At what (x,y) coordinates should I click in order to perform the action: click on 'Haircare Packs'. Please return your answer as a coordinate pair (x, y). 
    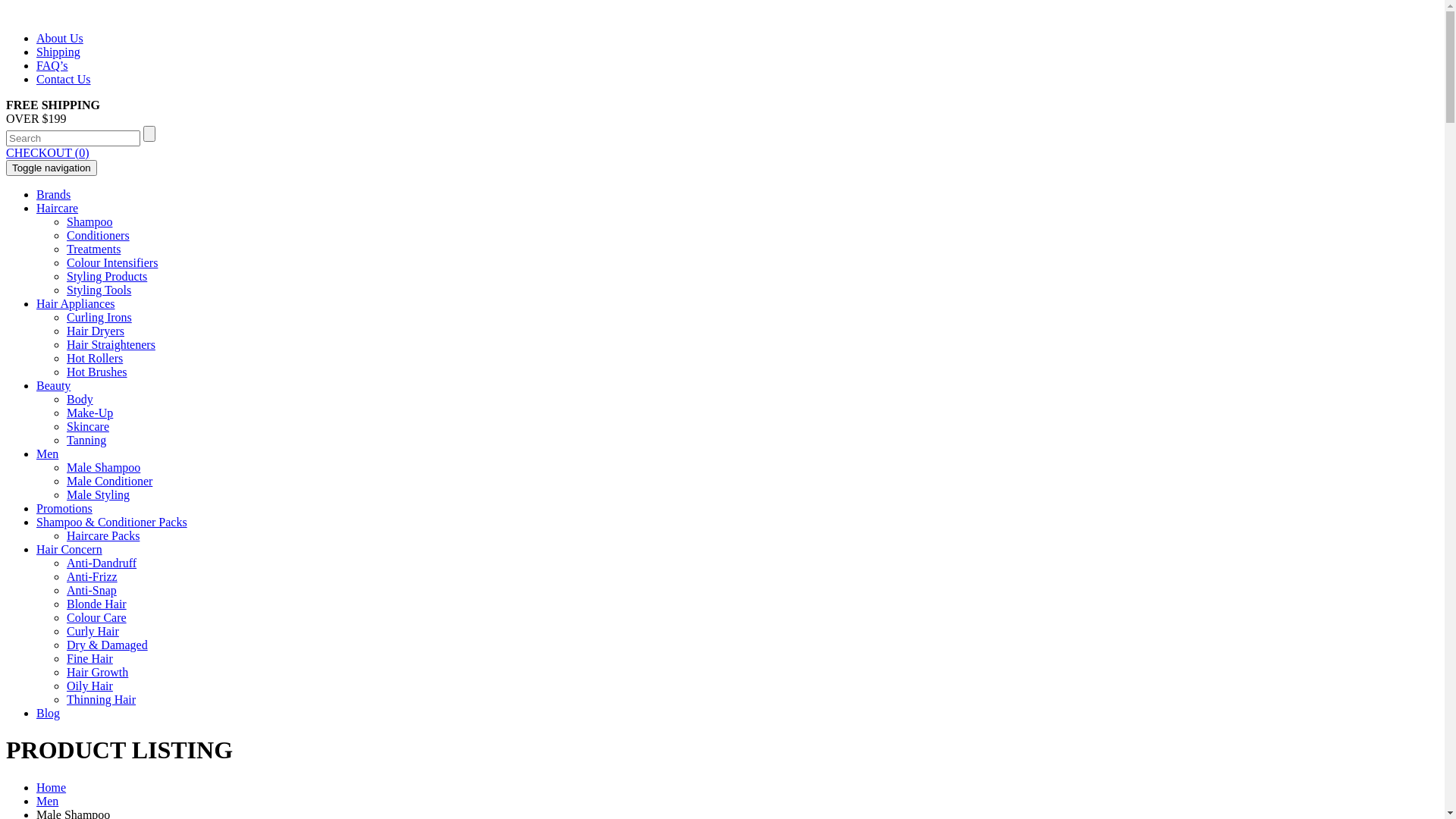
    Looking at the image, I should click on (65, 535).